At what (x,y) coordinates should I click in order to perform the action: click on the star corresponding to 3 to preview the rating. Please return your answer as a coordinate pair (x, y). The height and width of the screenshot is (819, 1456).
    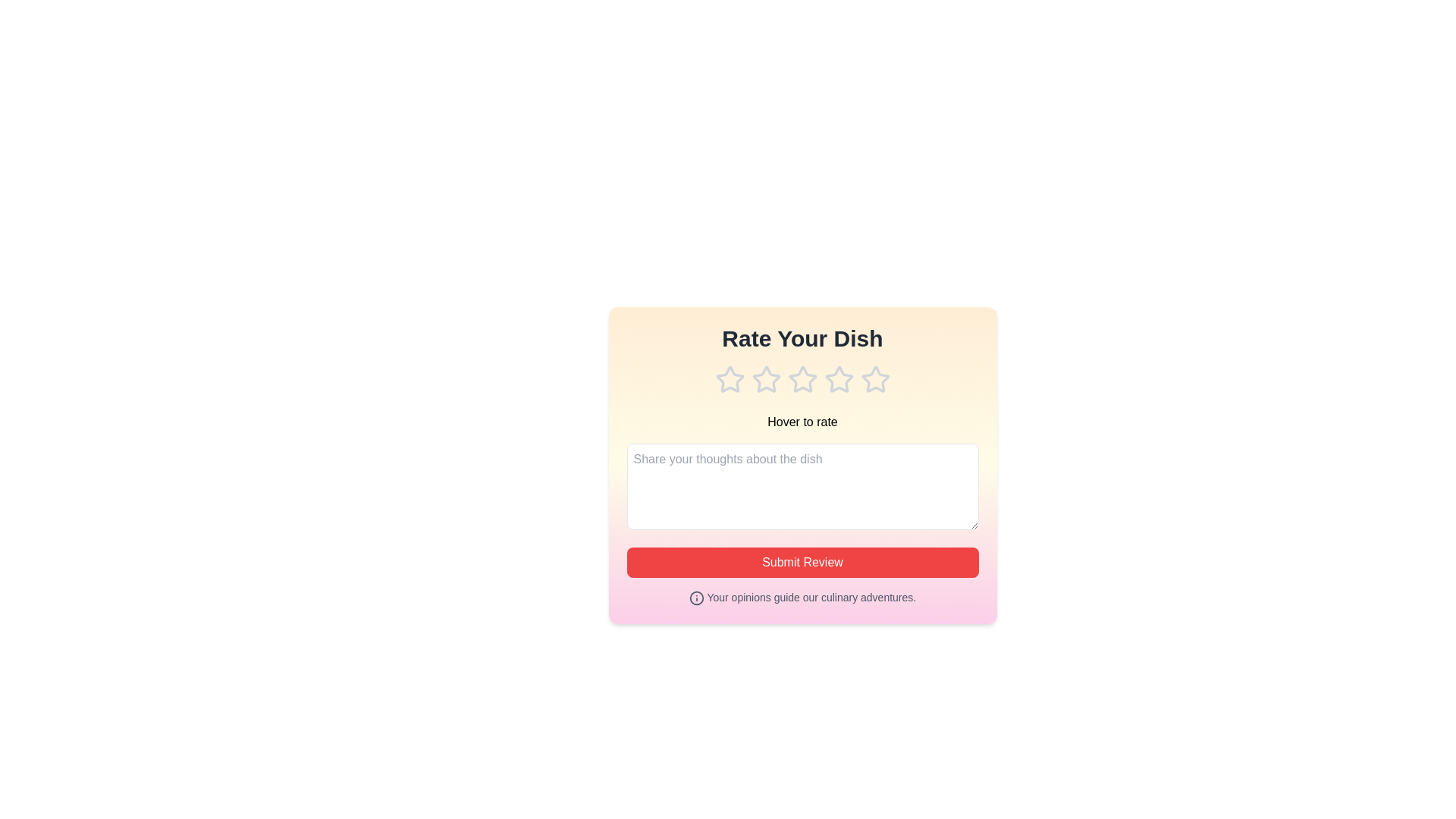
    Looking at the image, I should click on (802, 379).